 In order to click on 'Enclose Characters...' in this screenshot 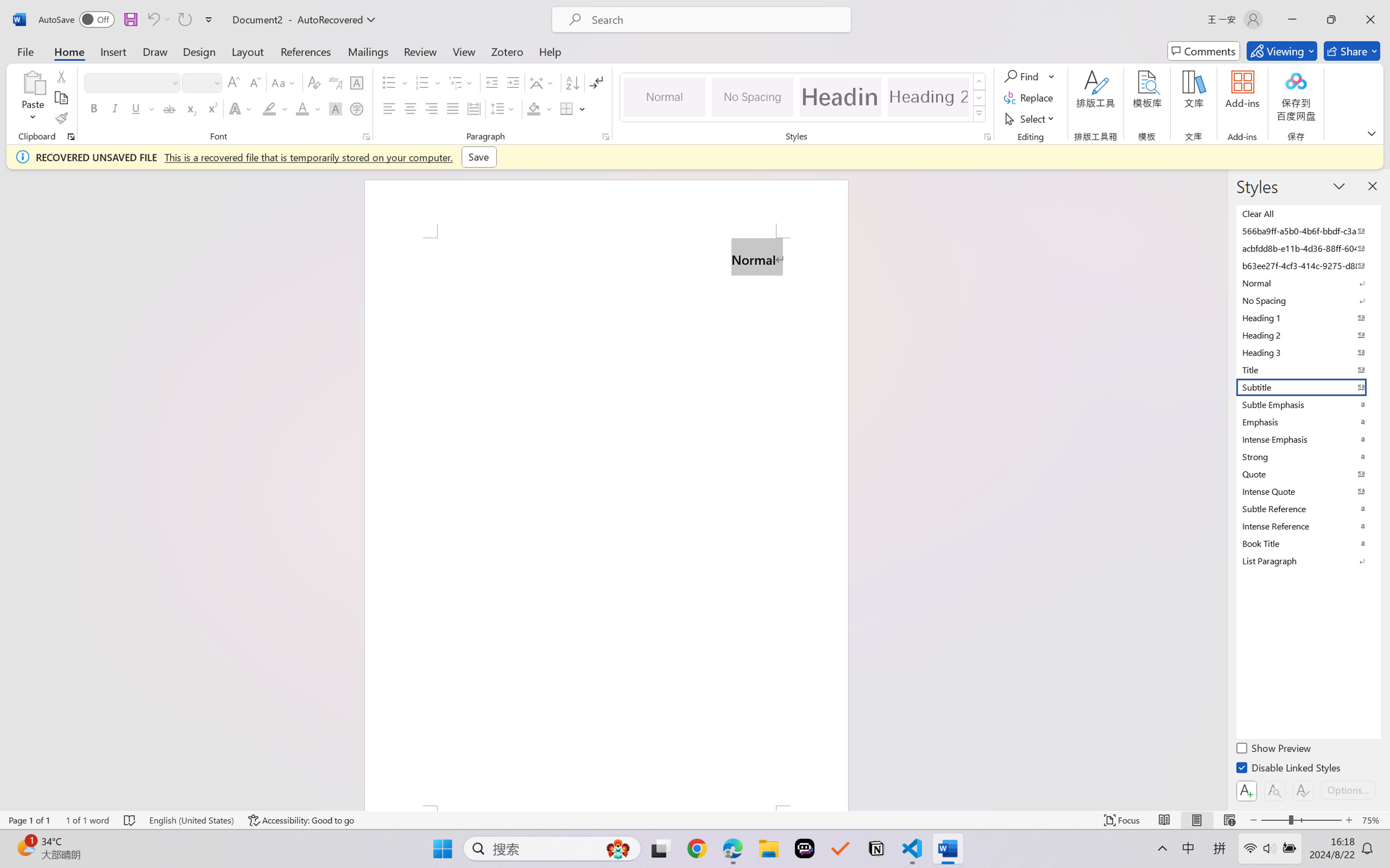, I will do `click(357, 108)`.